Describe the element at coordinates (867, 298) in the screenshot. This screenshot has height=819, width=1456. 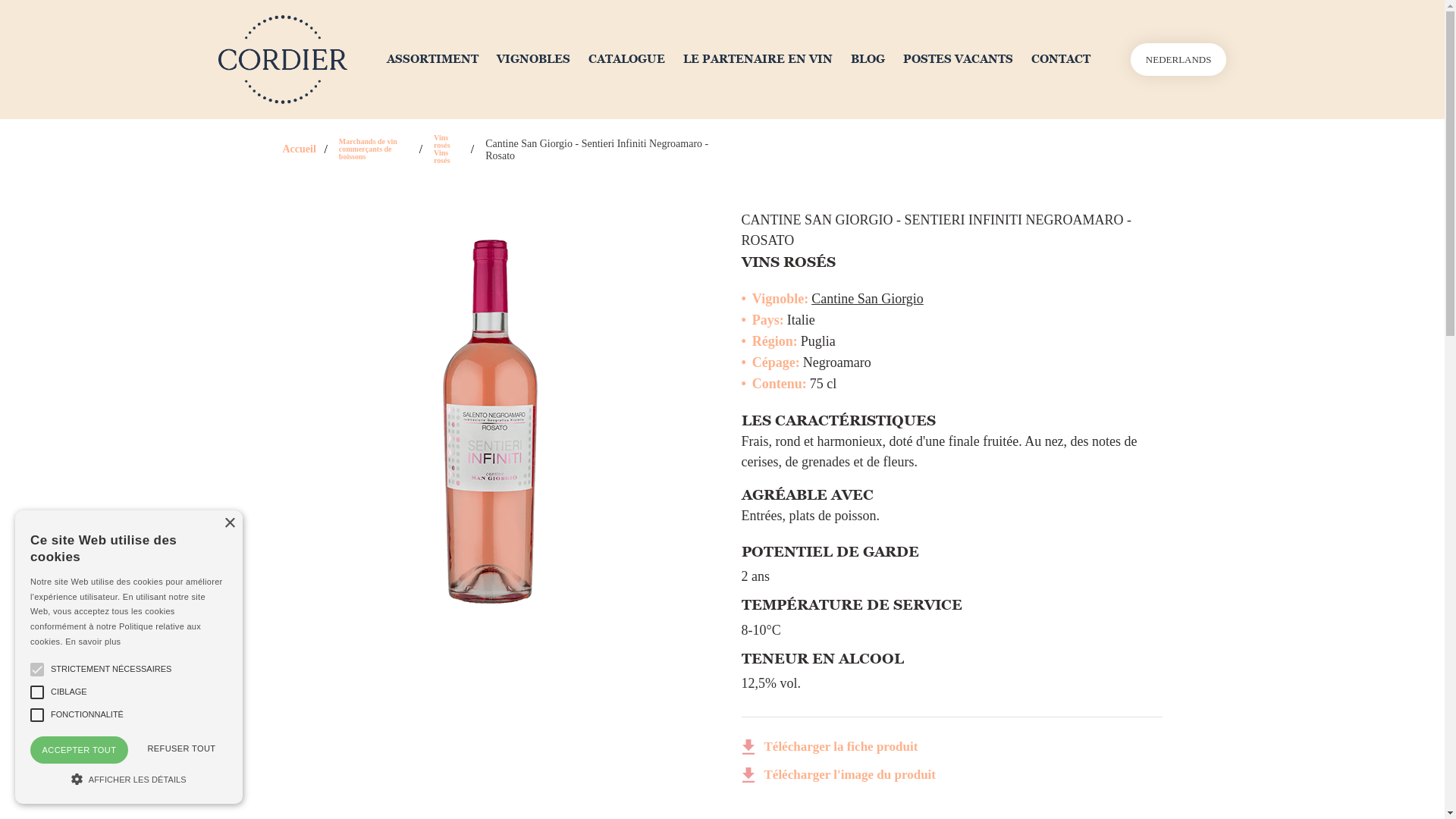
I see `'Cantine San Giorgio'` at that location.